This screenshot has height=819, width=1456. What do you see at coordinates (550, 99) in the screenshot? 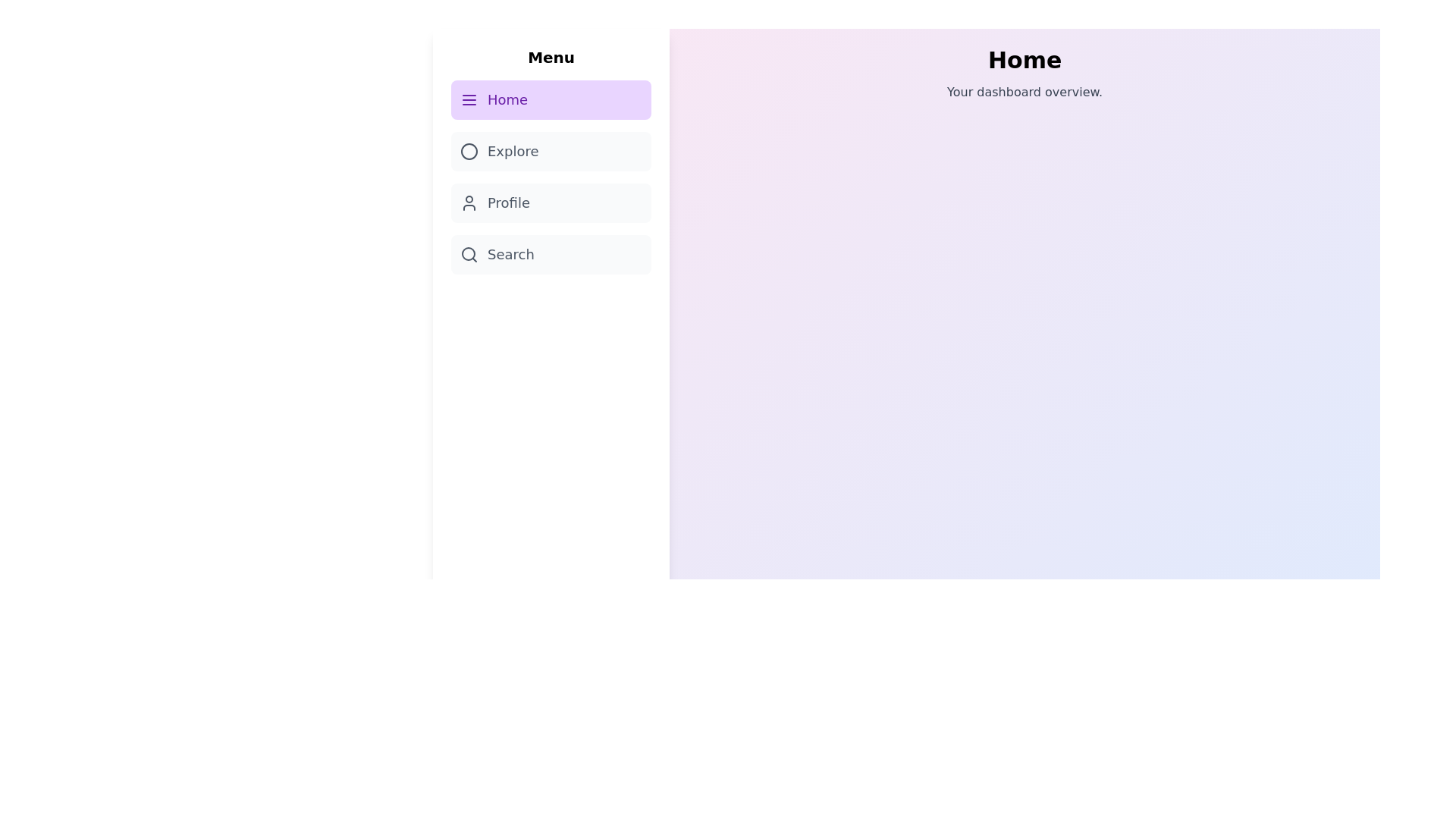
I see `the sidebar menu item corresponding to Home` at bounding box center [550, 99].